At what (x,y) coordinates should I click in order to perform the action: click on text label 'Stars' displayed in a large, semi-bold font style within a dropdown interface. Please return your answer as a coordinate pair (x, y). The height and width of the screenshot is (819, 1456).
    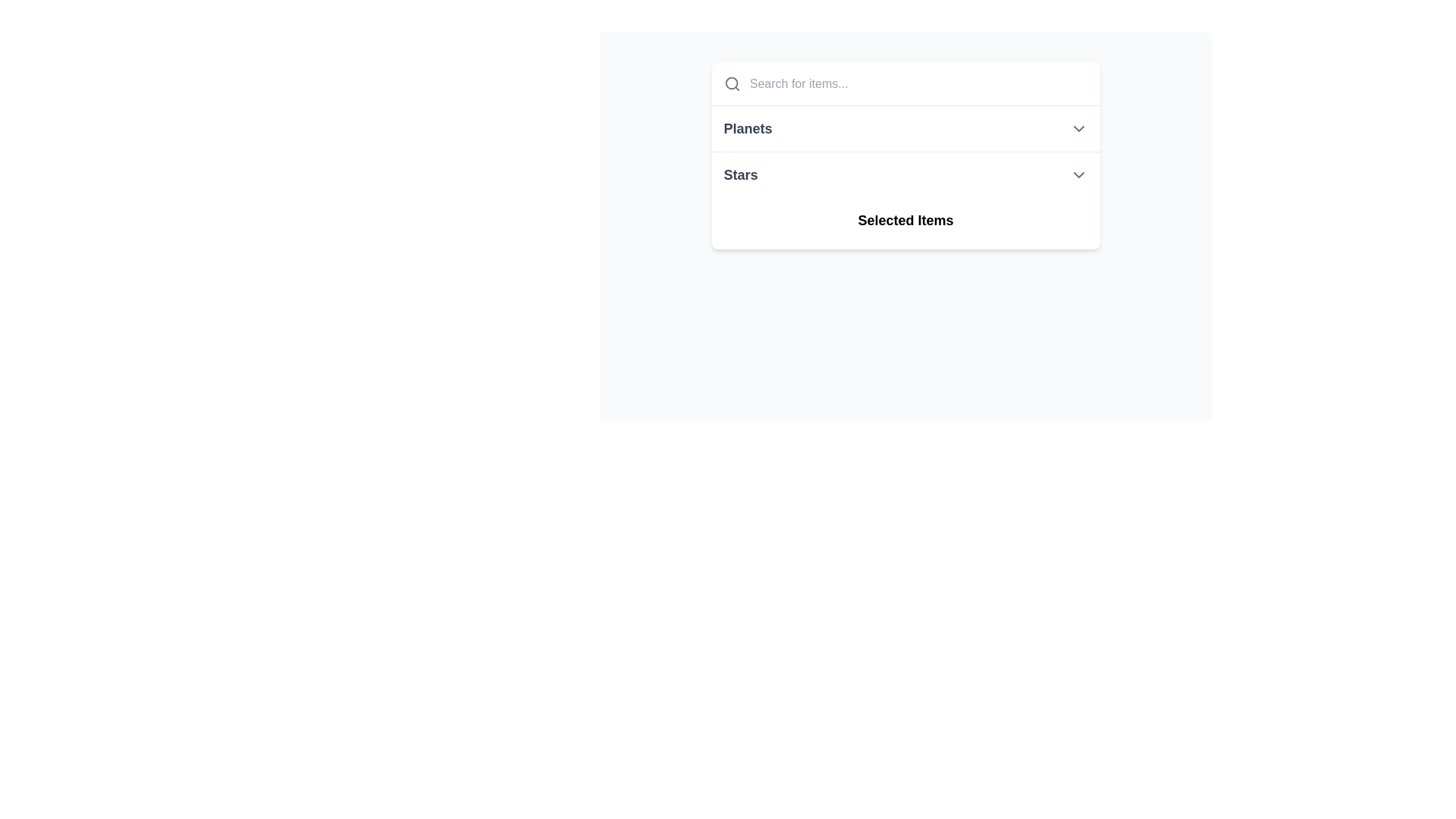
    Looking at the image, I should click on (741, 174).